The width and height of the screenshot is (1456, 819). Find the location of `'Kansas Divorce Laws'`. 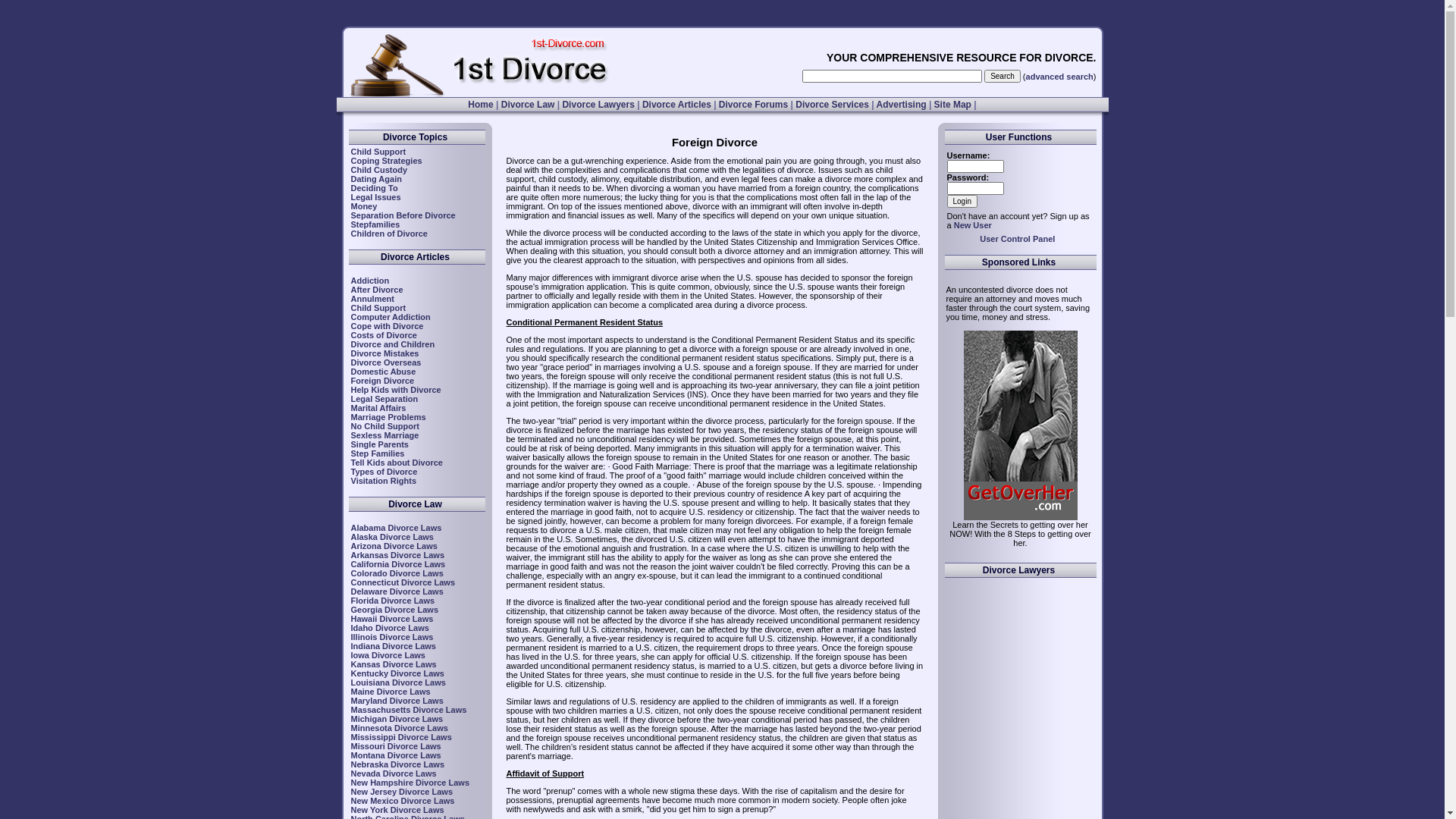

'Kansas Divorce Laws' is located at coordinates (393, 663).